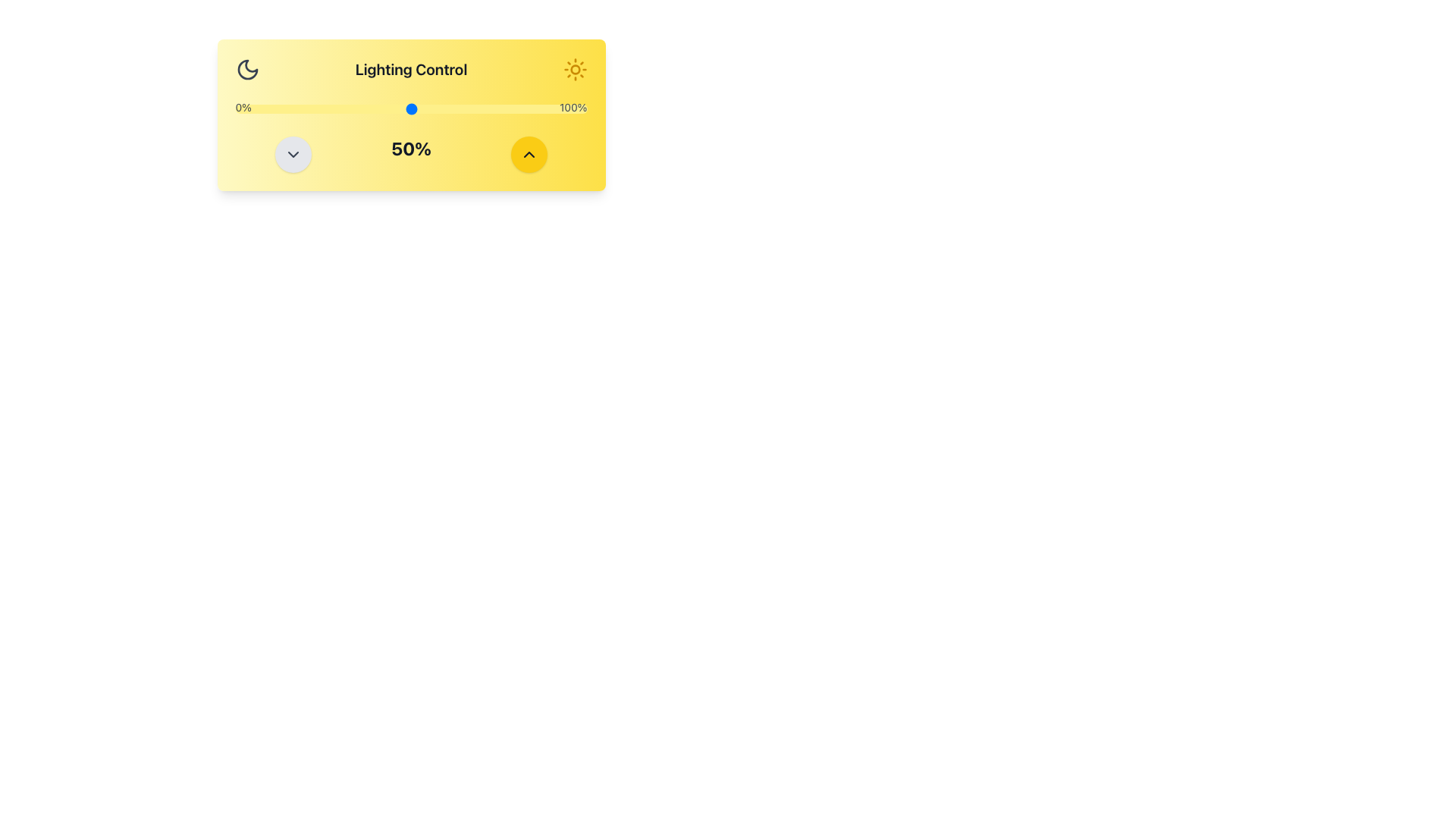  What do you see at coordinates (574, 70) in the screenshot?
I see `the sun icon on the far-right side of the 'Lighting Control' block` at bounding box center [574, 70].